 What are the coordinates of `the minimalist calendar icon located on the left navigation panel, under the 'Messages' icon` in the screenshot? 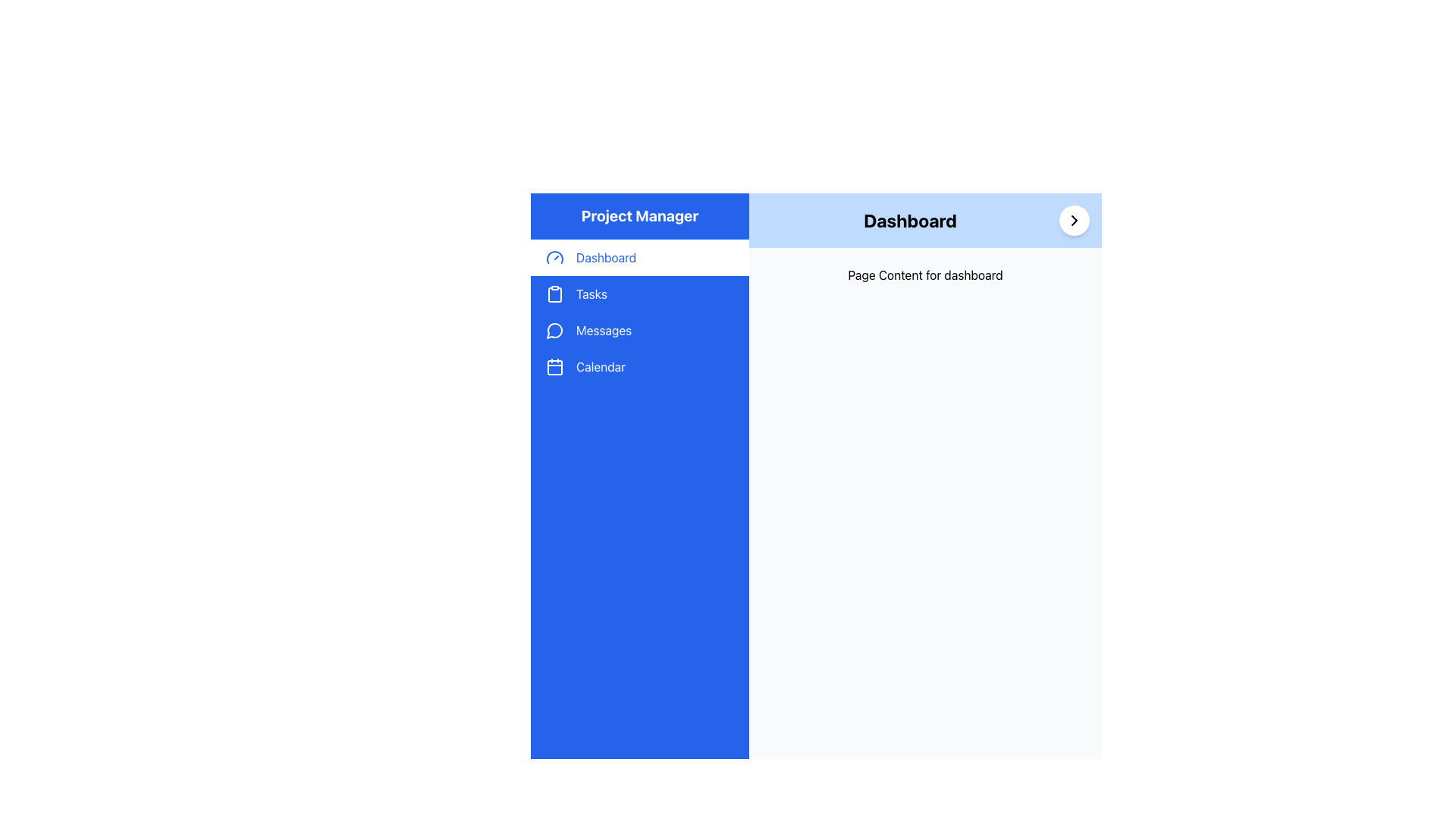 It's located at (554, 366).